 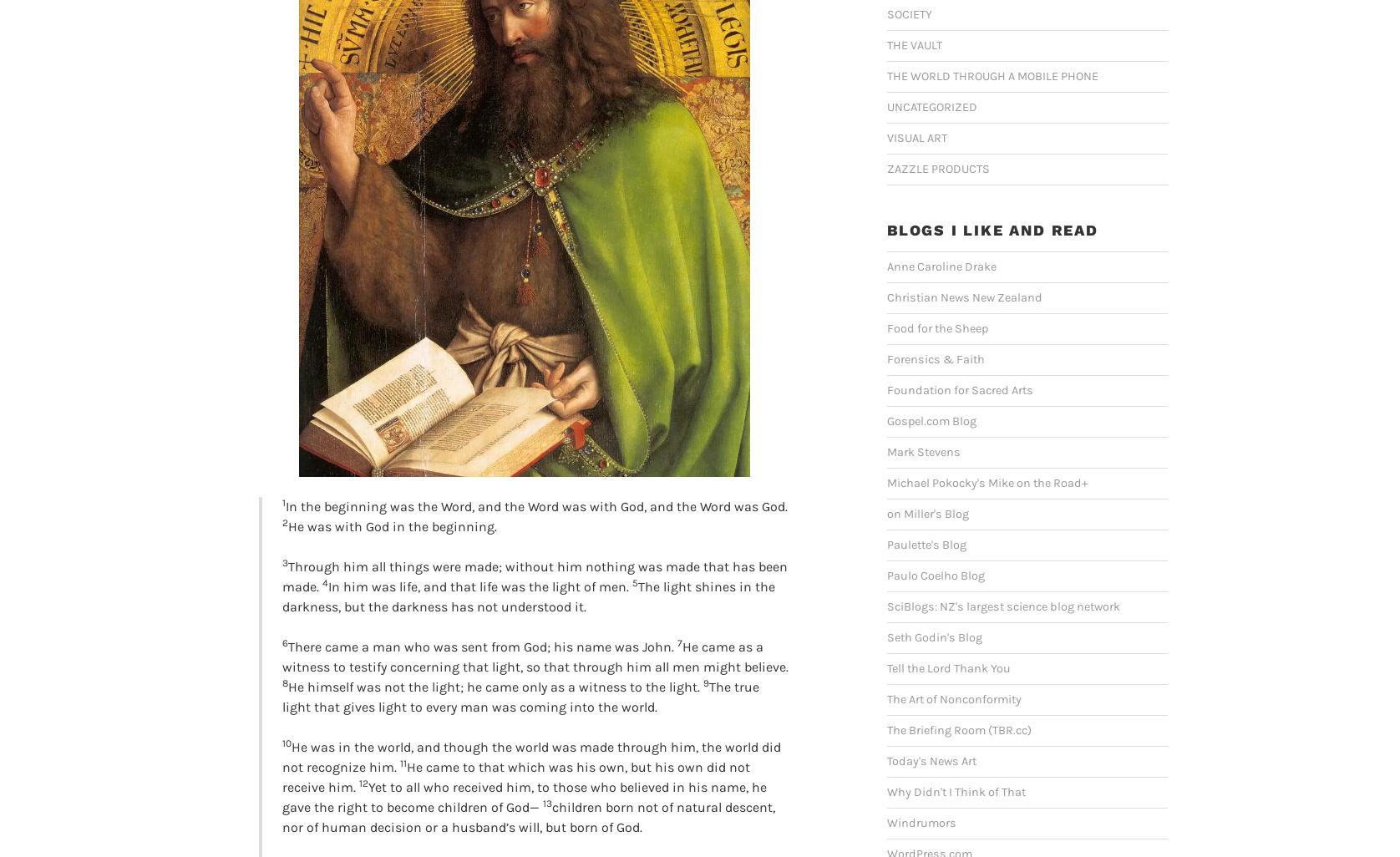 I want to click on 'BLOGS I LIKE AND READ', so click(x=886, y=229).